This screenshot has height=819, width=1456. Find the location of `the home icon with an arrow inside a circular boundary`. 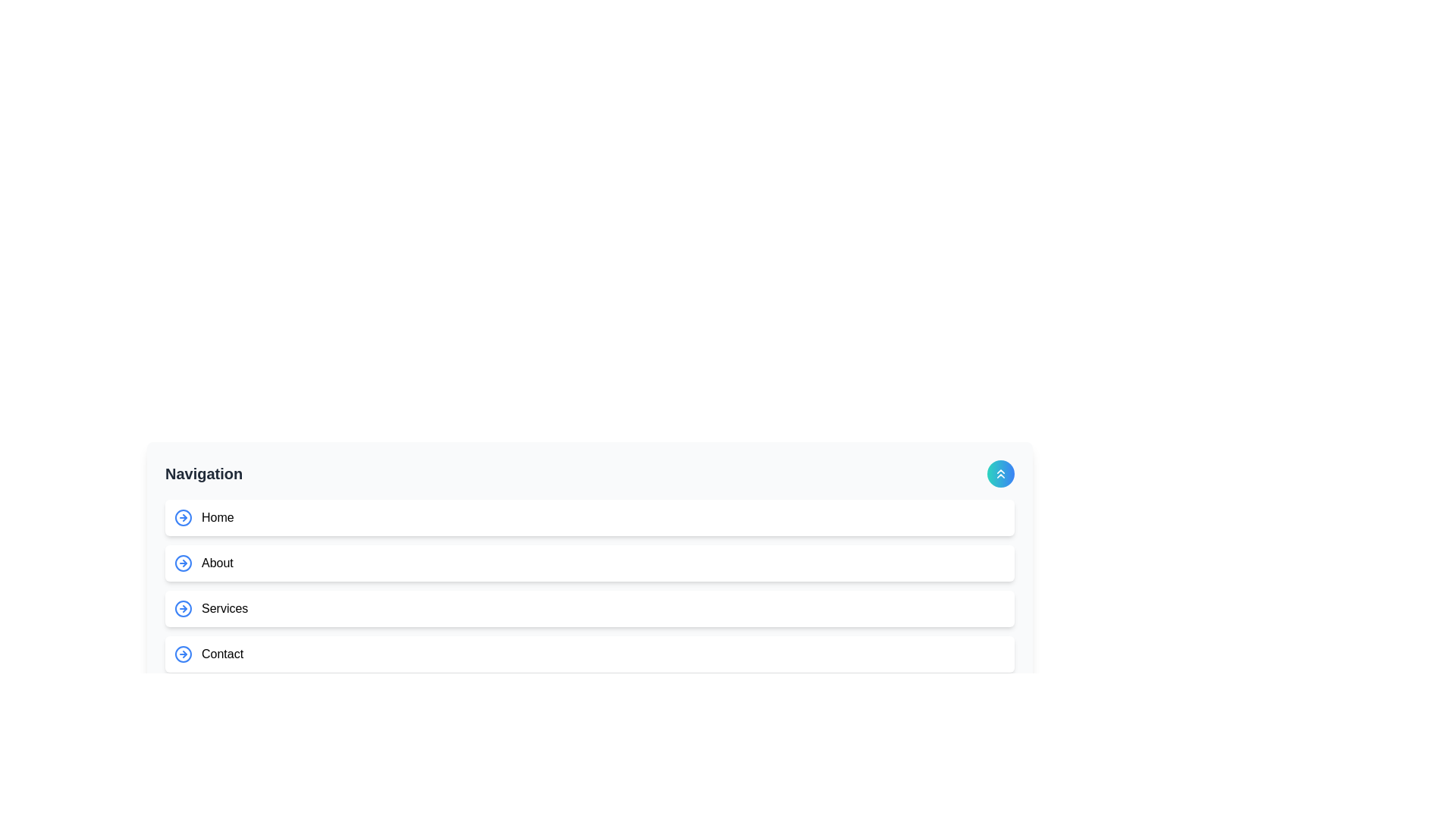

the home icon with an arrow inside a circular boundary is located at coordinates (182, 516).